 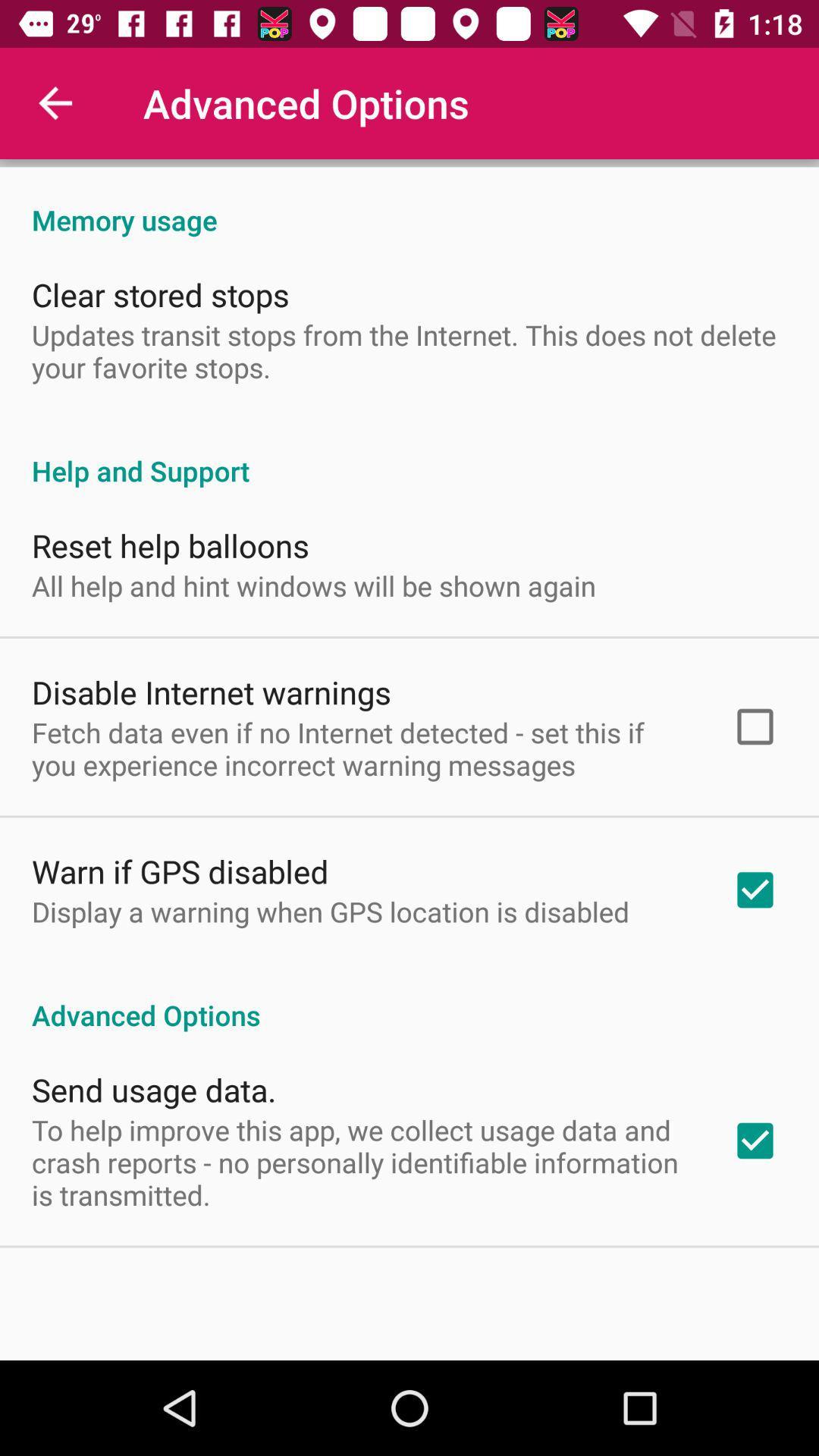 What do you see at coordinates (330, 911) in the screenshot?
I see `the icon below the warn if gps item` at bounding box center [330, 911].